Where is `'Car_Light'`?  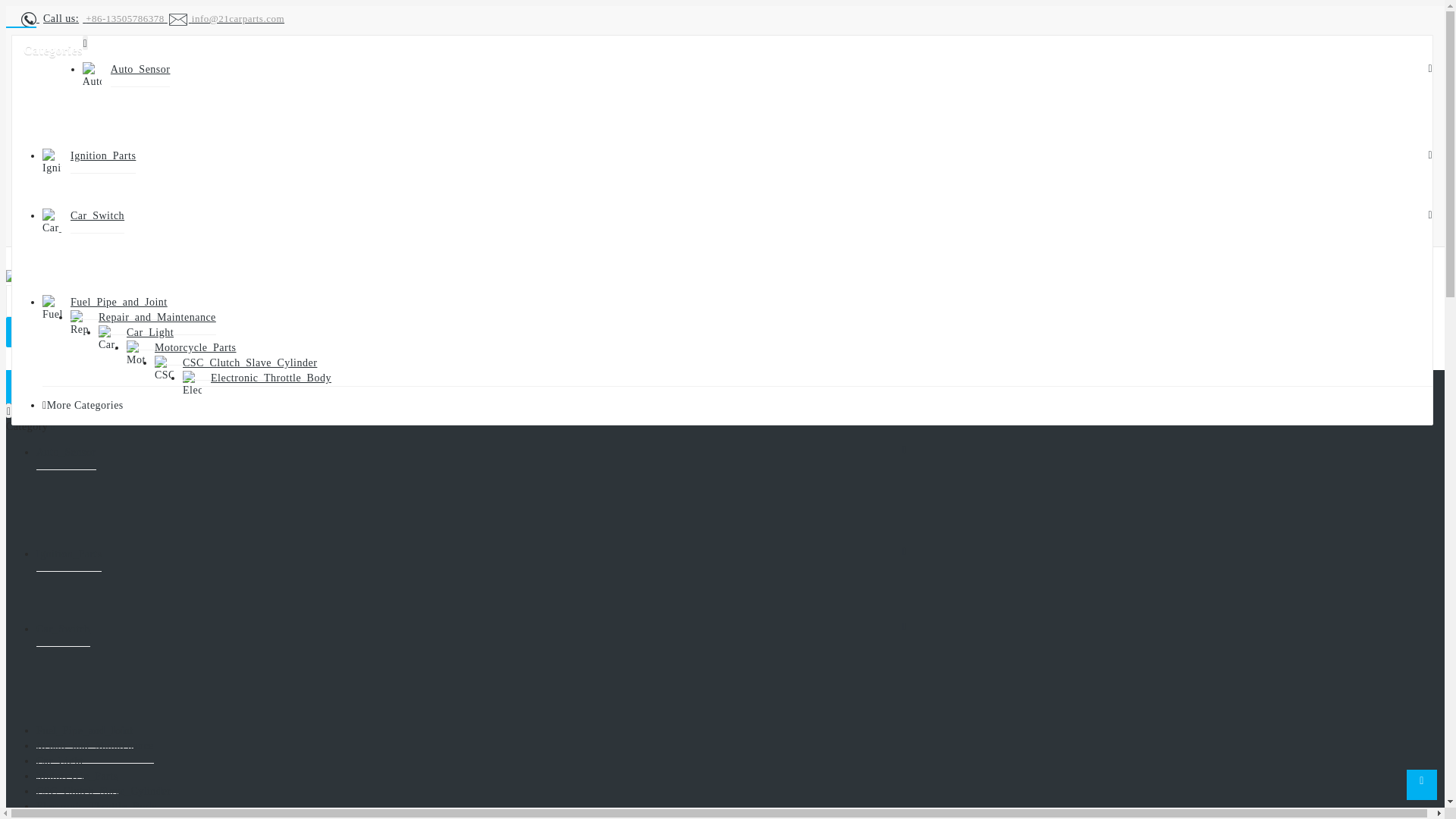
'Car_Light' is located at coordinates (59, 761).